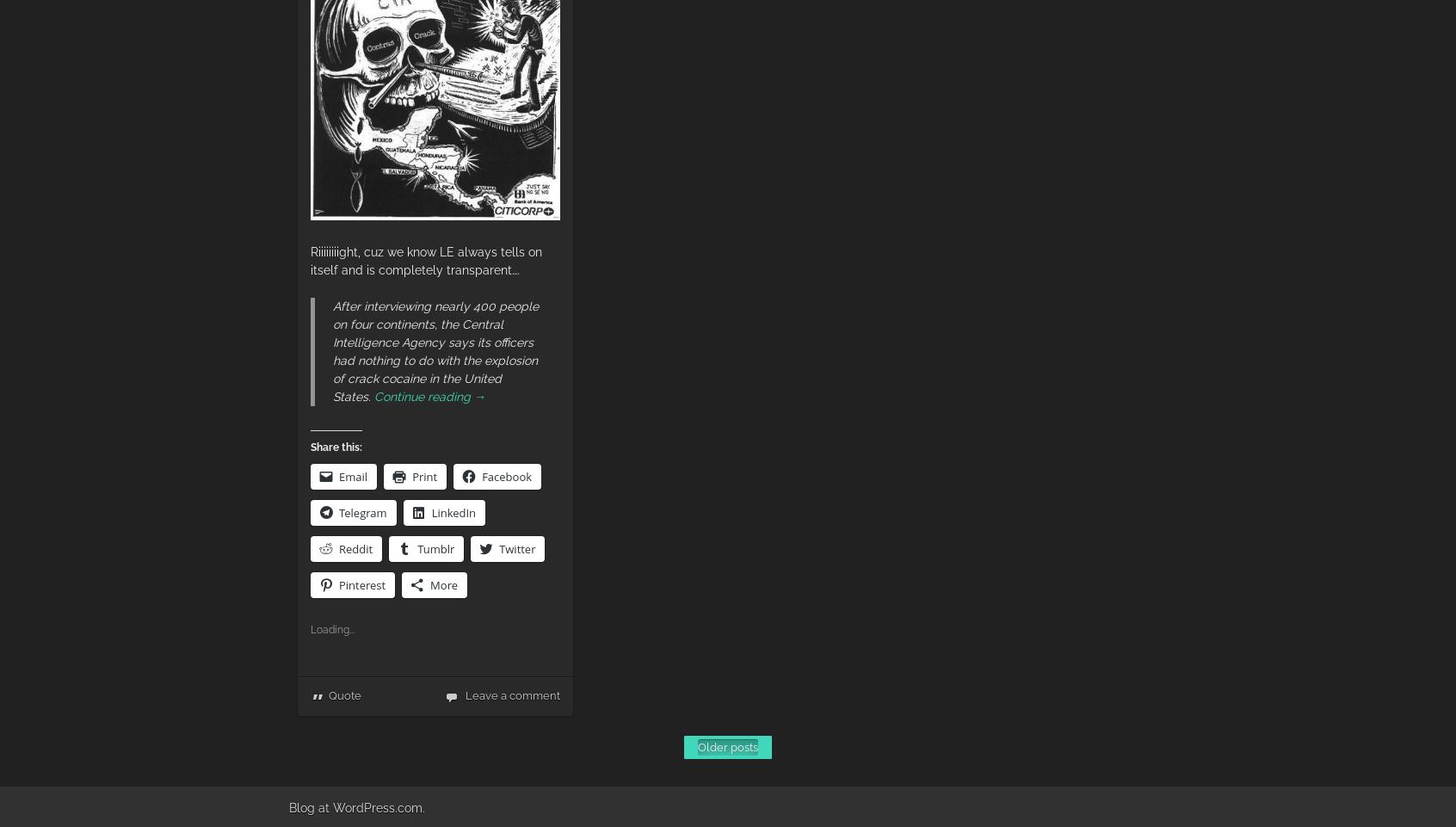  What do you see at coordinates (728, 745) in the screenshot?
I see `'Older posts'` at bounding box center [728, 745].